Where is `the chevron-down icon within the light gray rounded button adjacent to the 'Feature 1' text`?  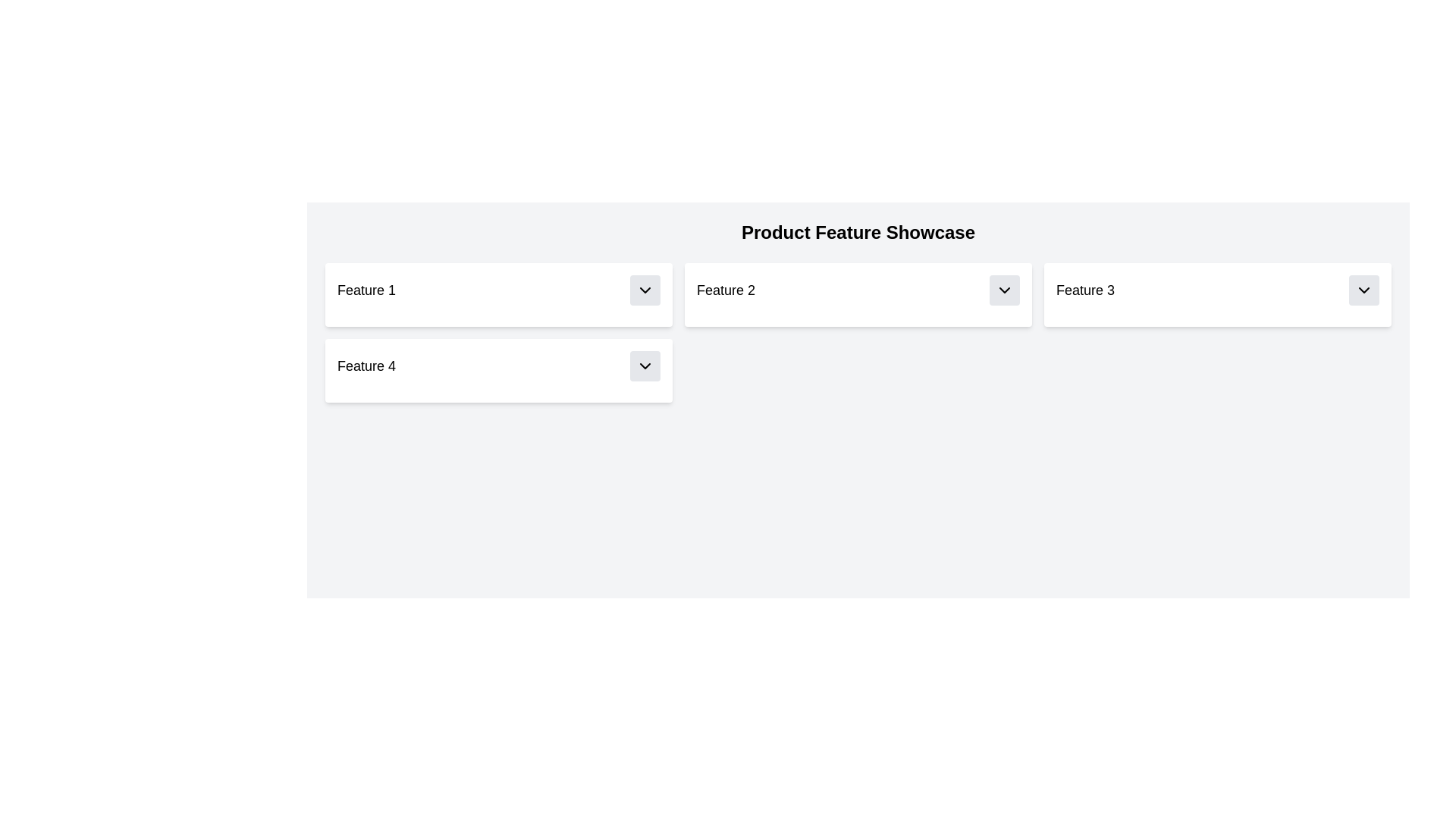
the chevron-down icon within the light gray rounded button adjacent to the 'Feature 1' text is located at coordinates (645, 290).